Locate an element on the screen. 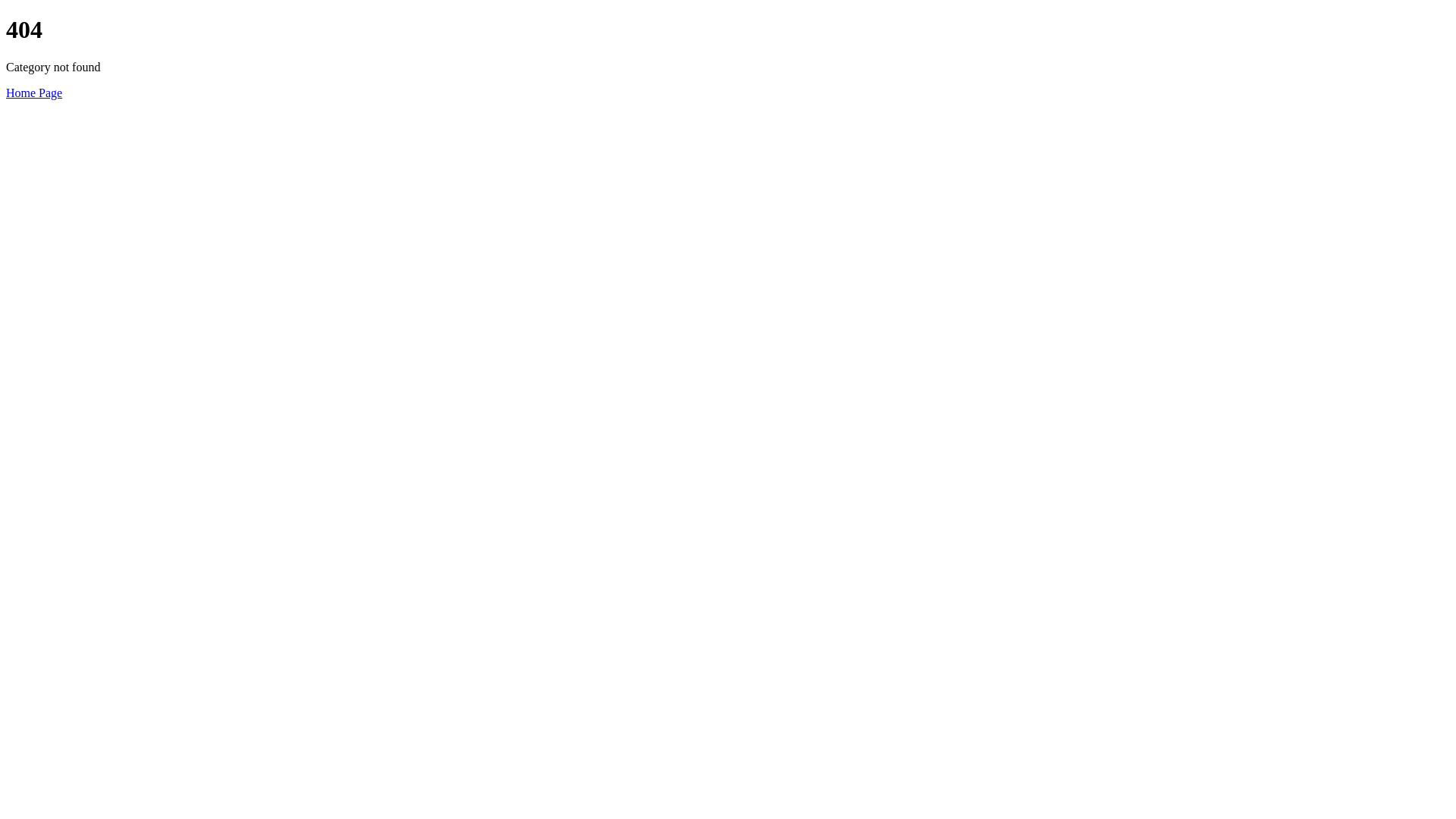 The height and width of the screenshot is (819, 1456). 'Home Page' is located at coordinates (33, 93).